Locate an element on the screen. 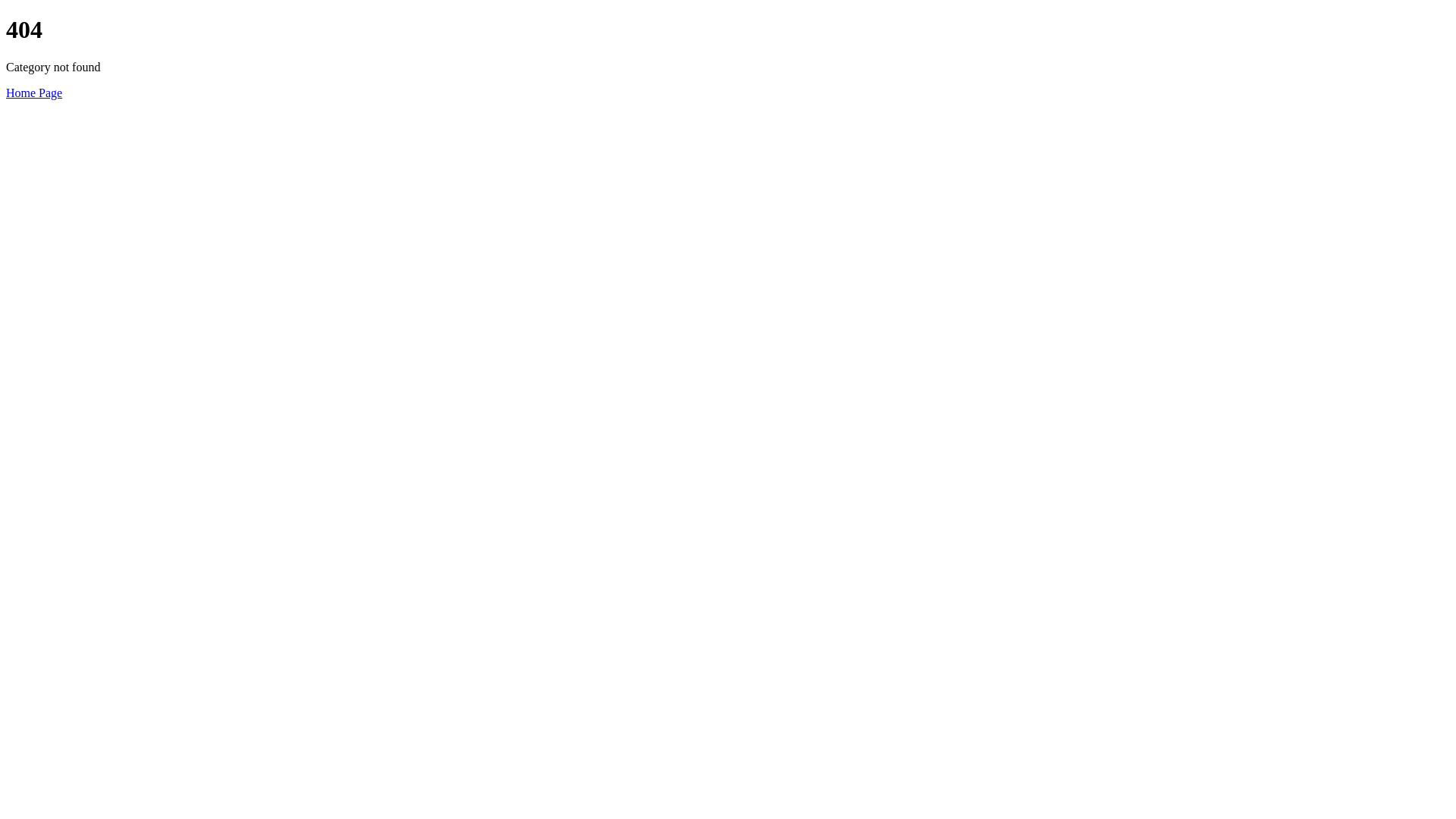 The height and width of the screenshot is (819, 1456). 'Home Page' is located at coordinates (33, 93).